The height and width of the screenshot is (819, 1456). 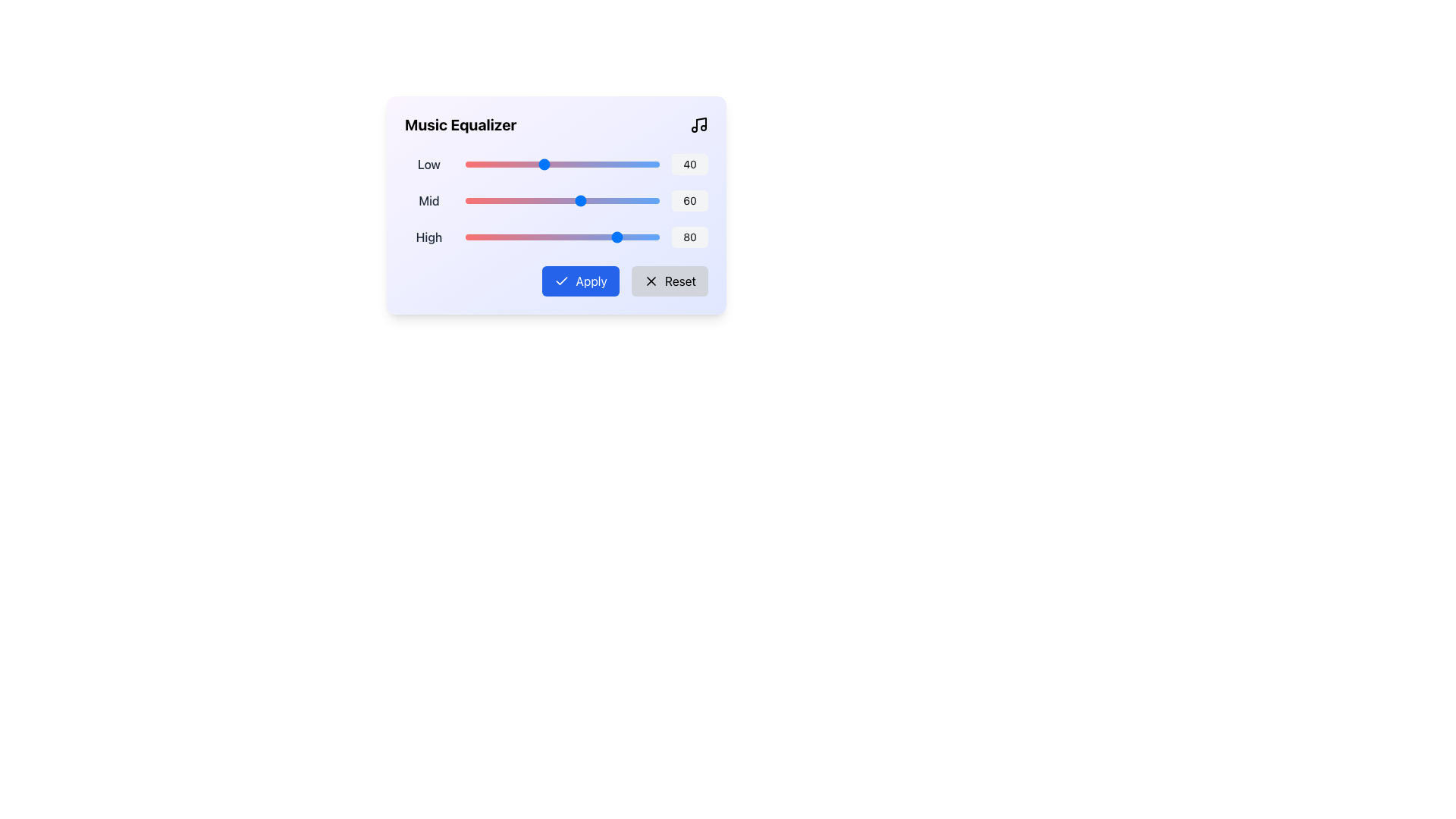 I want to click on the mid-range slider, so click(x=554, y=200).